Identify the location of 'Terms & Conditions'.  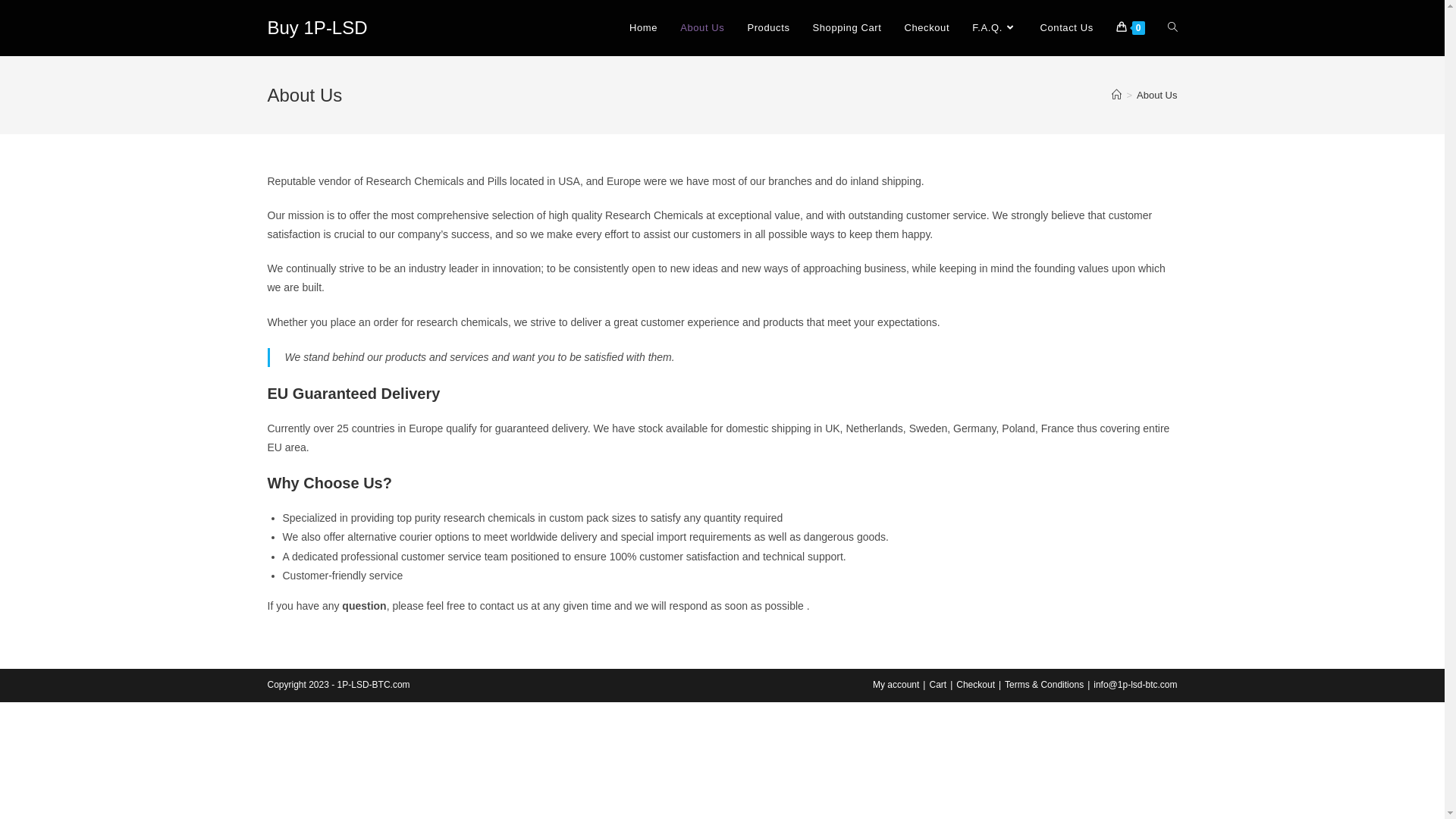
(1043, 684).